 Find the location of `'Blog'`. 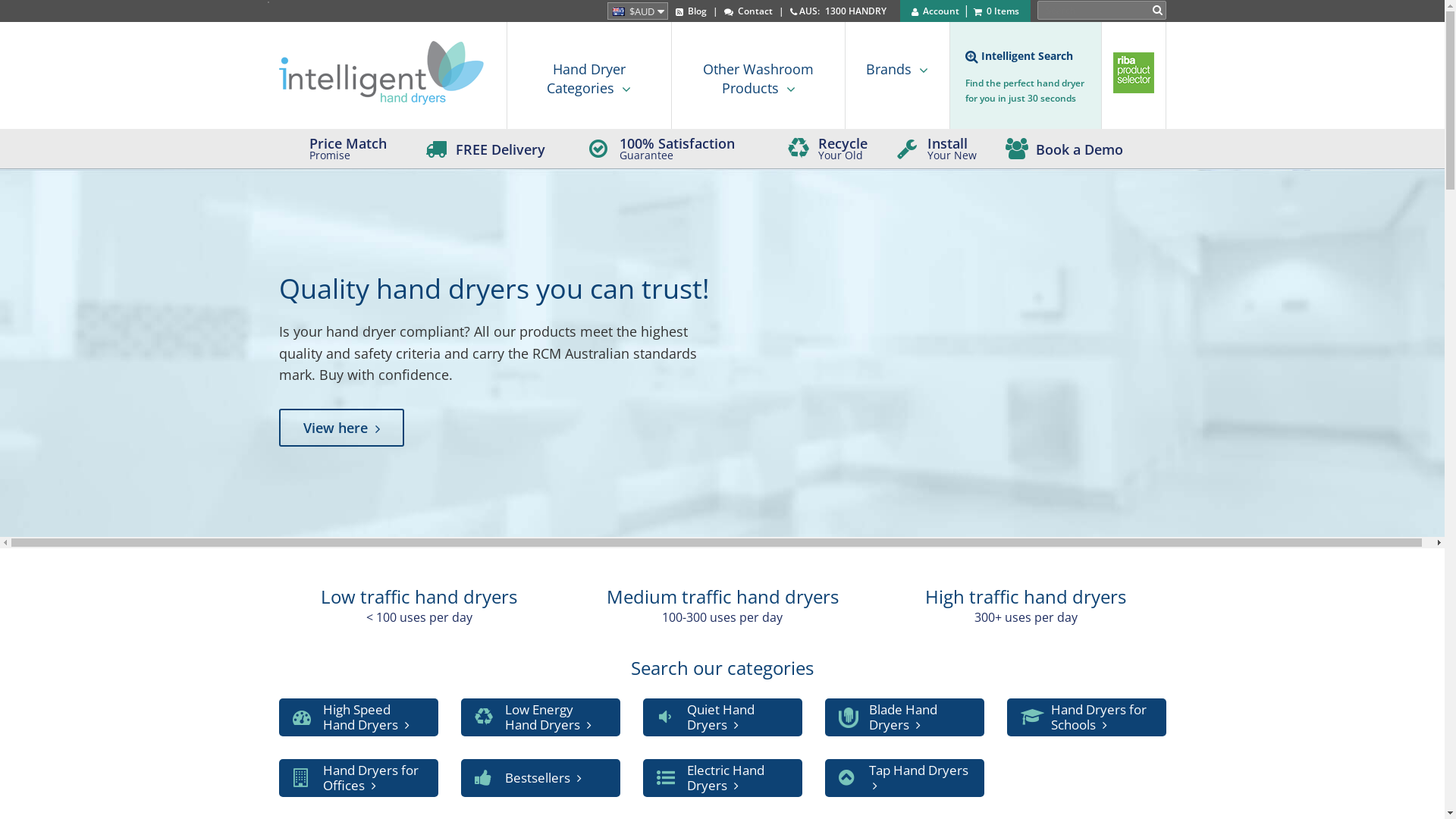

'Blog' is located at coordinates (689, 11).